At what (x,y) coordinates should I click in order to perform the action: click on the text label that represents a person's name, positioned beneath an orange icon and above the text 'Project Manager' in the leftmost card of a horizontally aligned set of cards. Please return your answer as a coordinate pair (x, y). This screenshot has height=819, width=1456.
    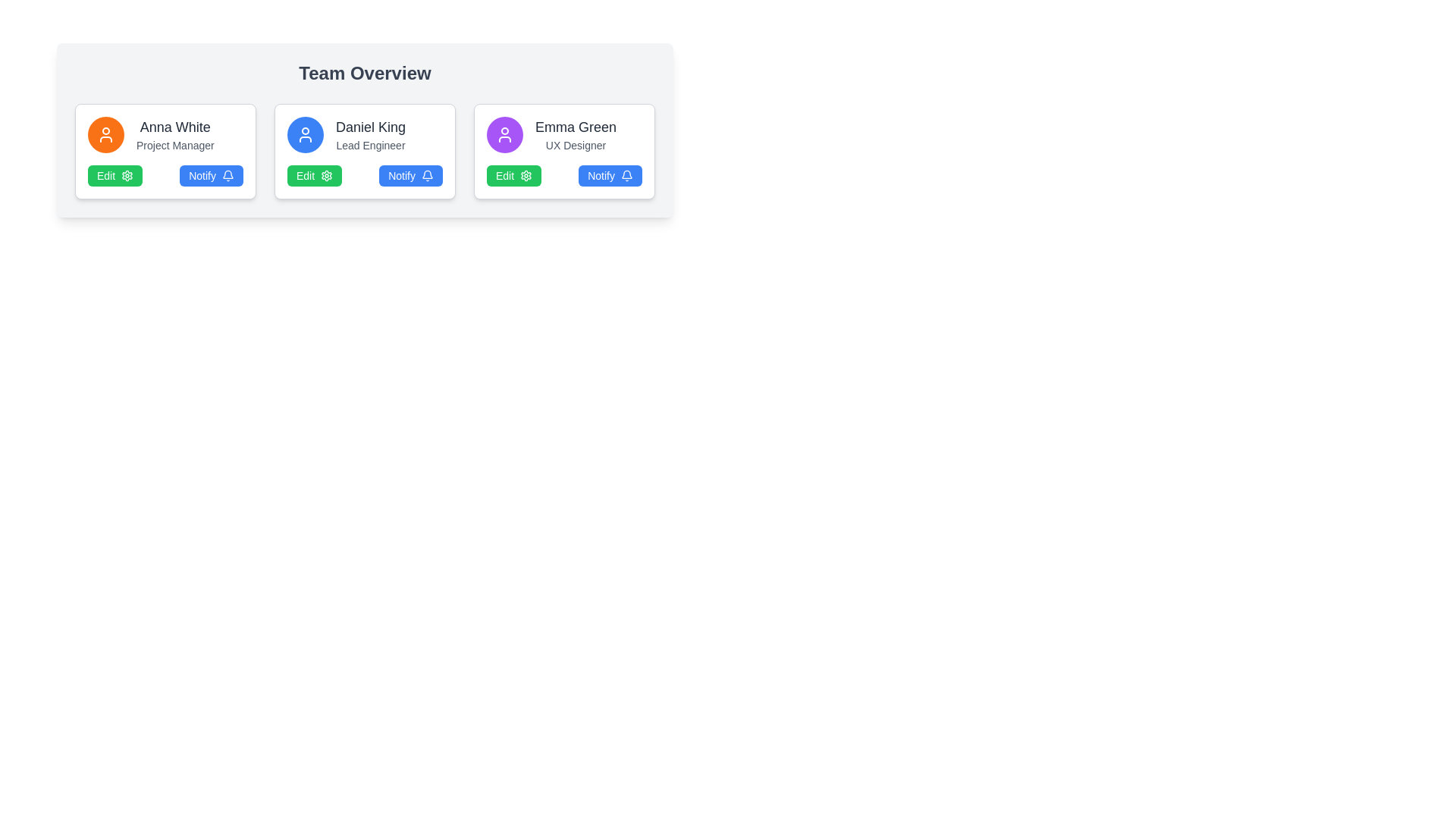
    Looking at the image, I should click on (175, 127).